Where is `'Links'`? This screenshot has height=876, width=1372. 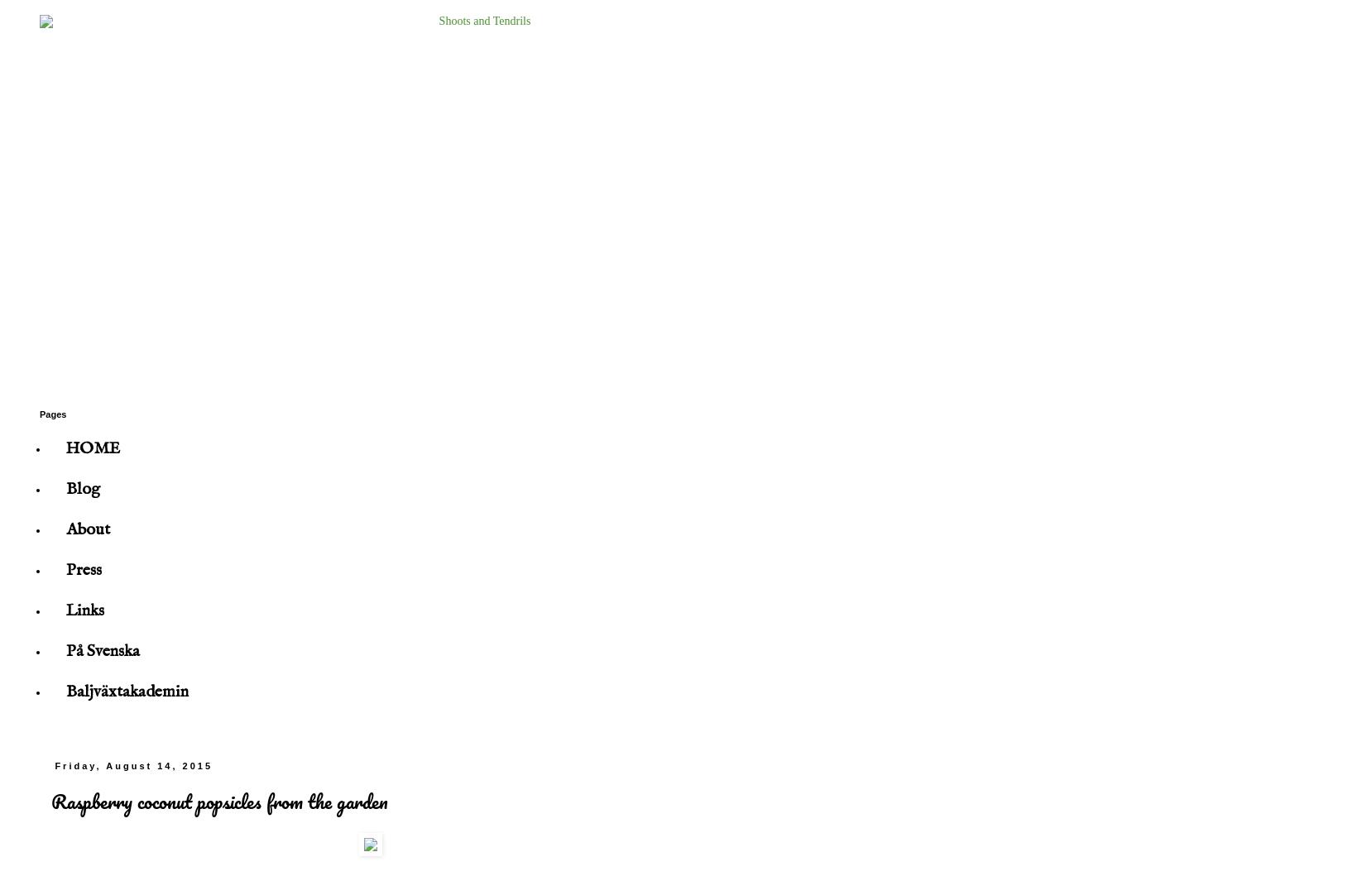
'Links' is located at coordinates (84, 610).